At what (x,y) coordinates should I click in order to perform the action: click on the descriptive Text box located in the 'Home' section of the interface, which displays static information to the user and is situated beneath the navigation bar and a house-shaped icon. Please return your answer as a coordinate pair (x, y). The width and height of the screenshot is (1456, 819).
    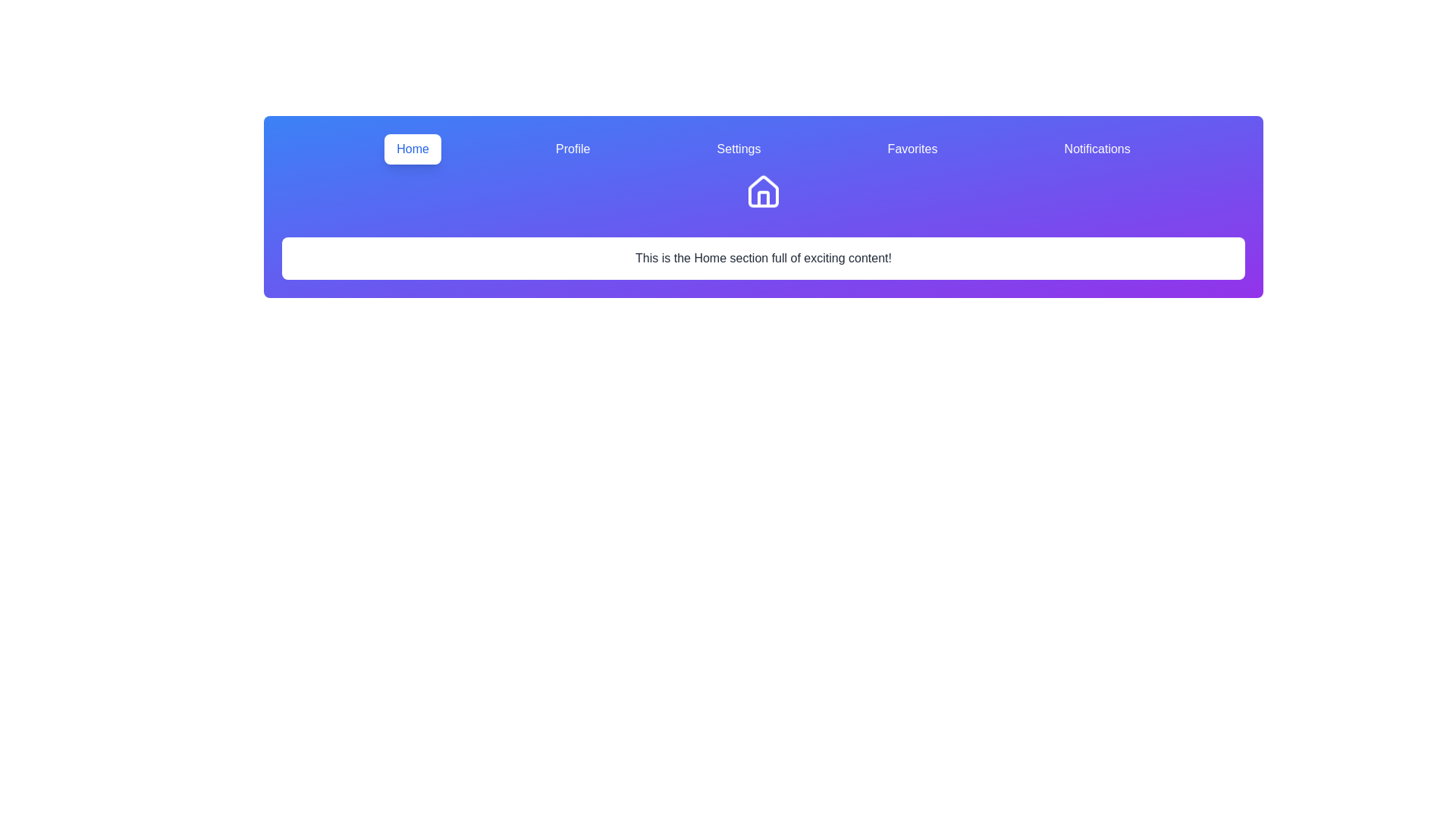
    Looking at the image, I should click on (764, 257).